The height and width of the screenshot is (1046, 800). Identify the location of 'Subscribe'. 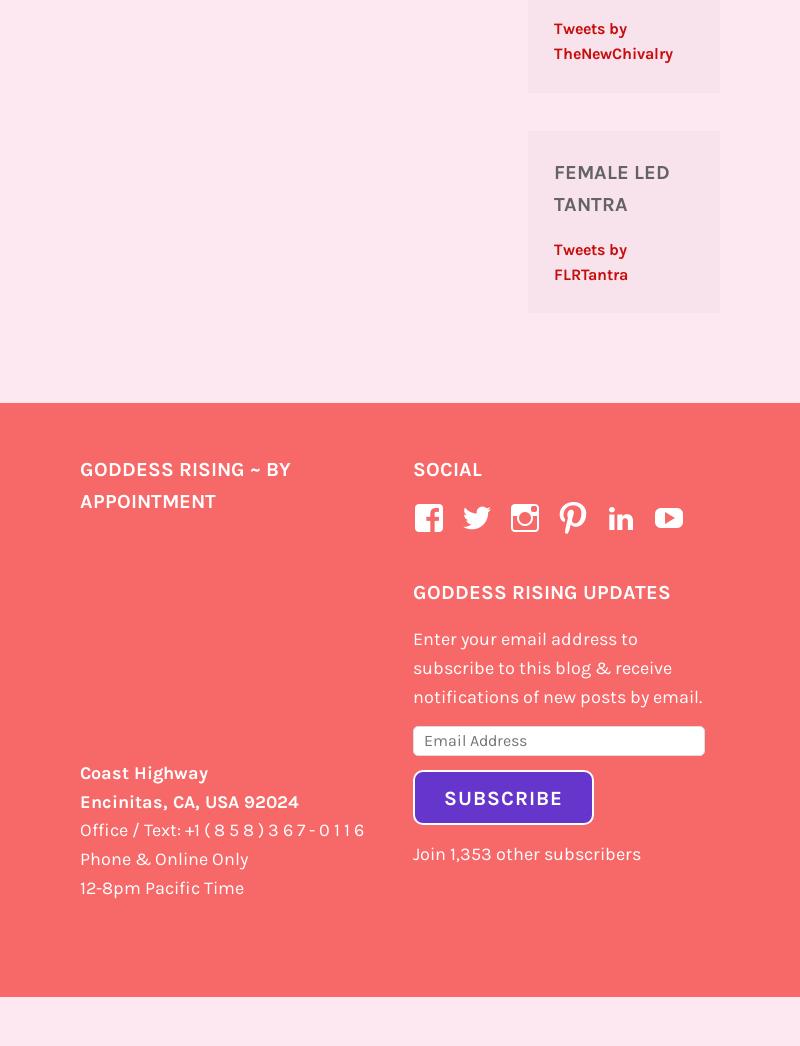
(501, 797).